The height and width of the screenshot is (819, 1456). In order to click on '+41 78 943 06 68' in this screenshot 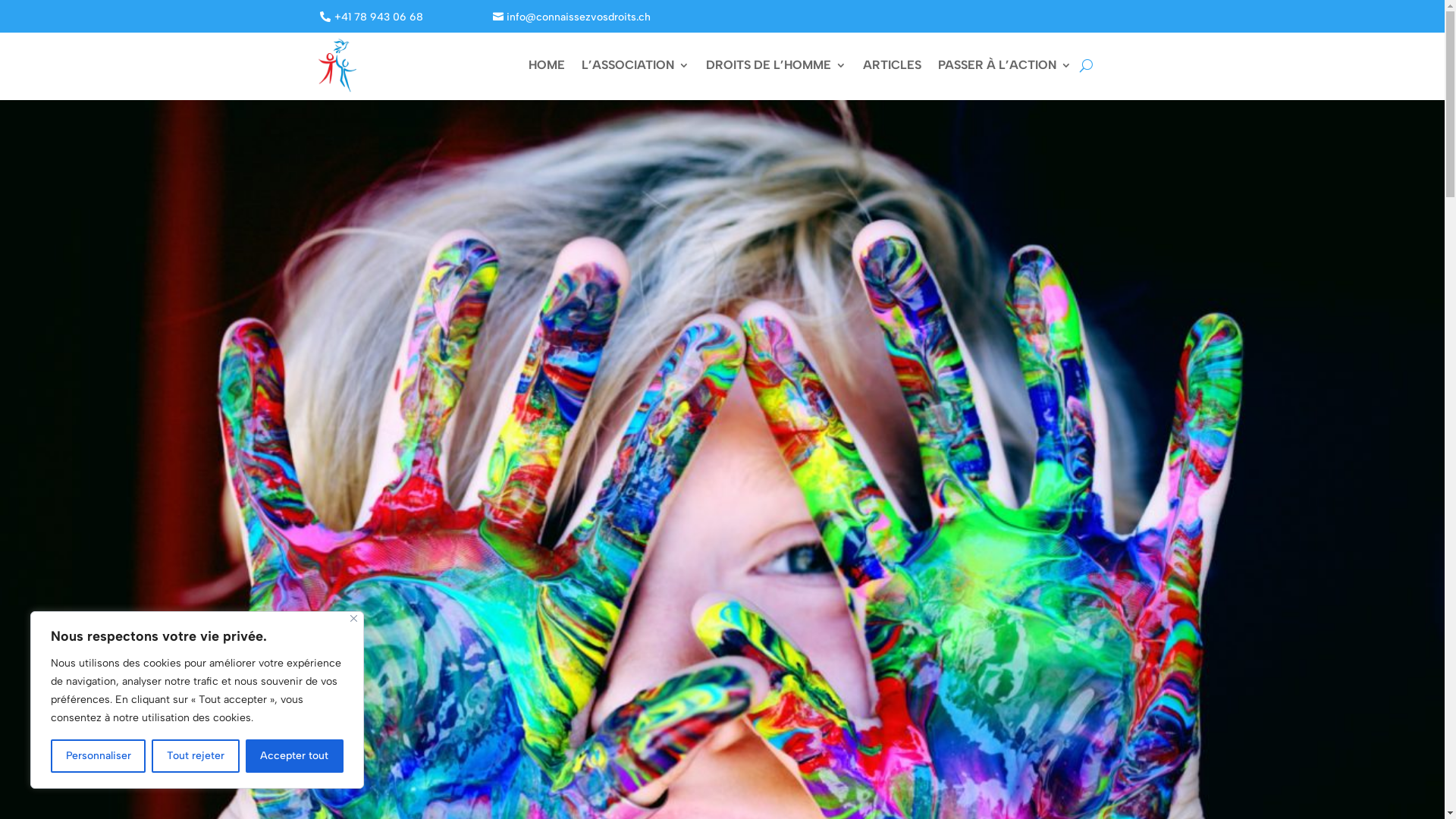, I will do `click(371, 17)`.